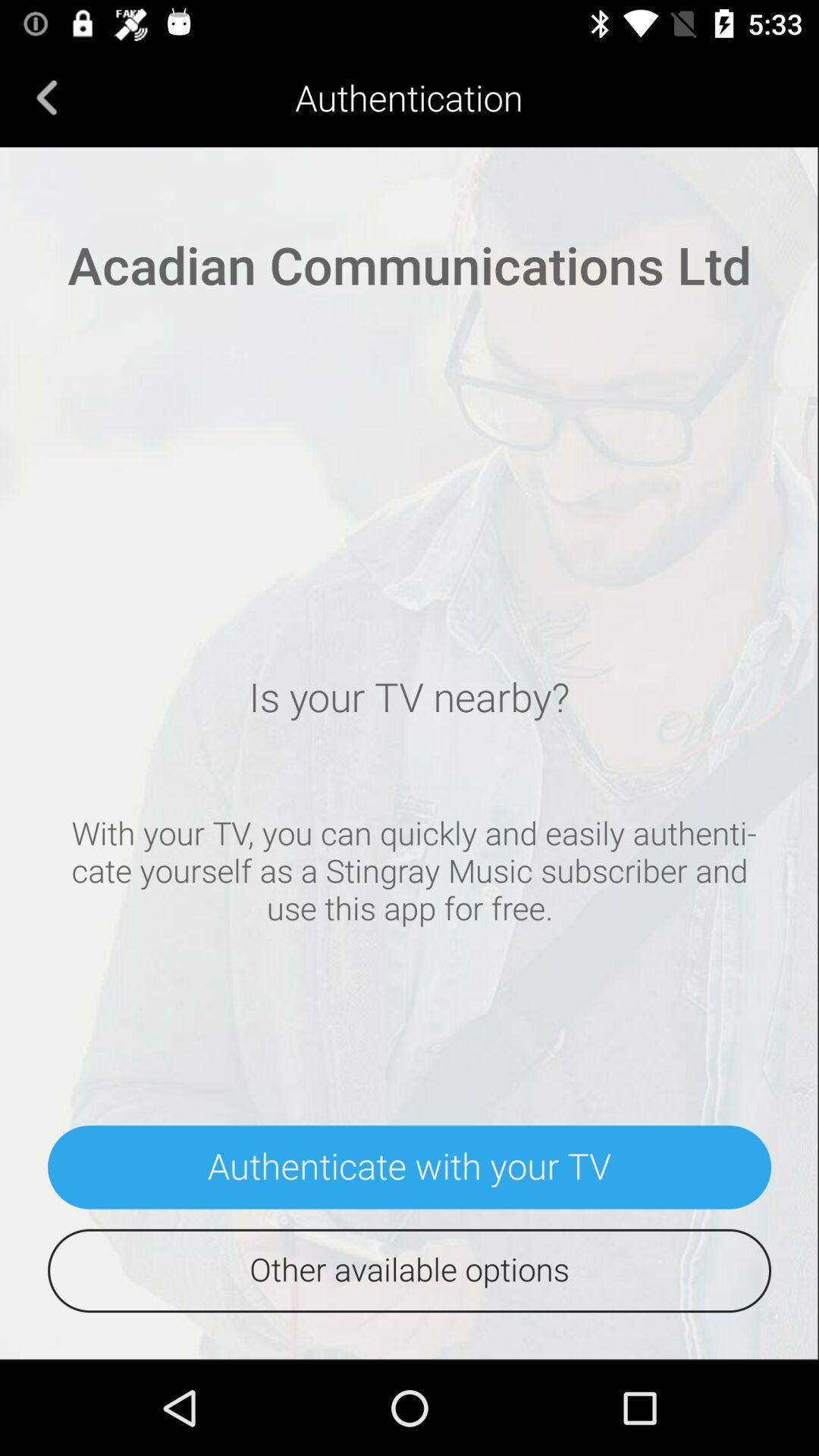  What do you see at coordinates (409, 1270) in the screenshot?
I see `the other available options icon` at bounding box center [409, 1270].